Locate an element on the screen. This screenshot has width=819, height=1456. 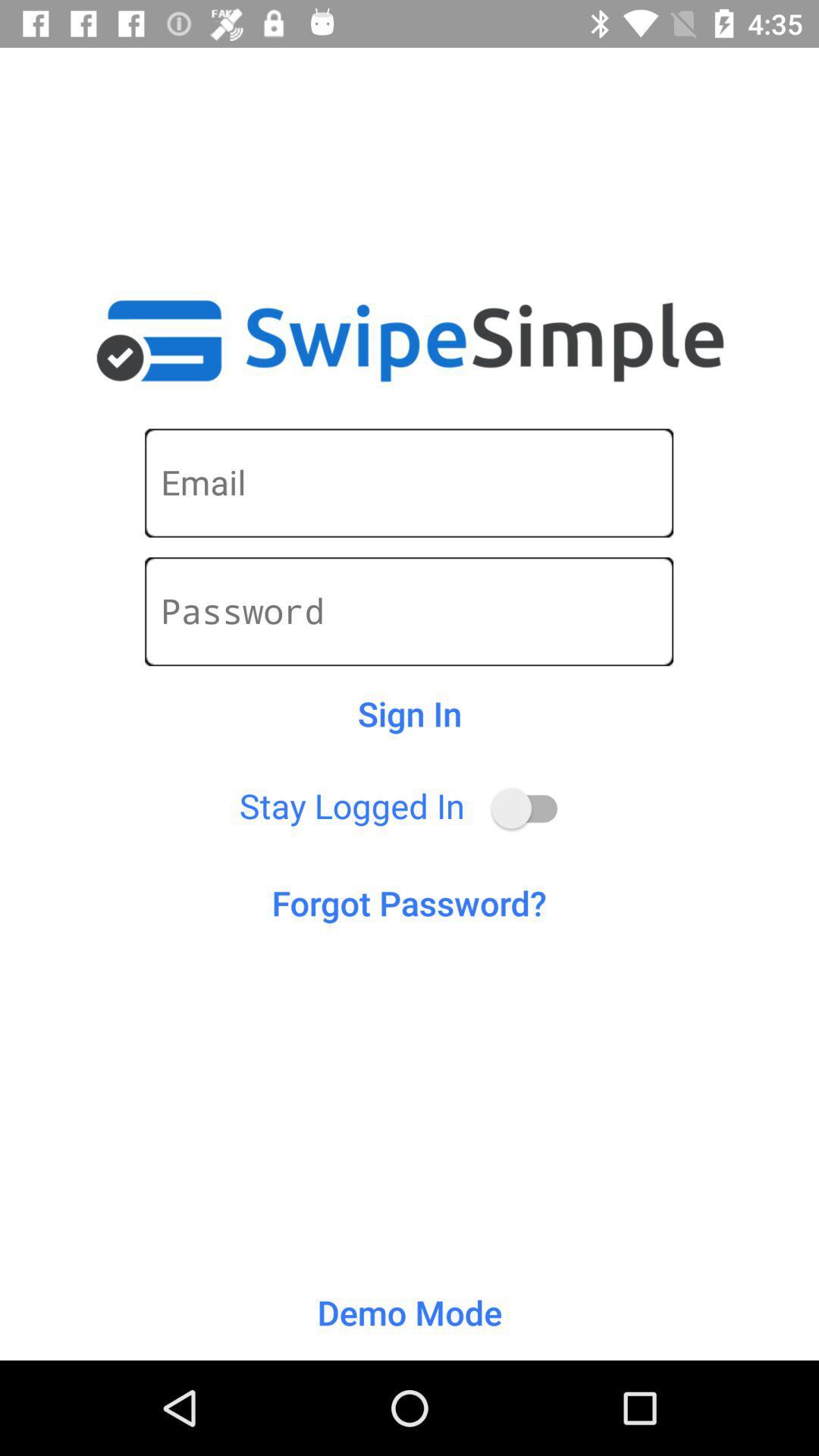
the item to the right of stay logged in icon is located at coordinates (531, 808).